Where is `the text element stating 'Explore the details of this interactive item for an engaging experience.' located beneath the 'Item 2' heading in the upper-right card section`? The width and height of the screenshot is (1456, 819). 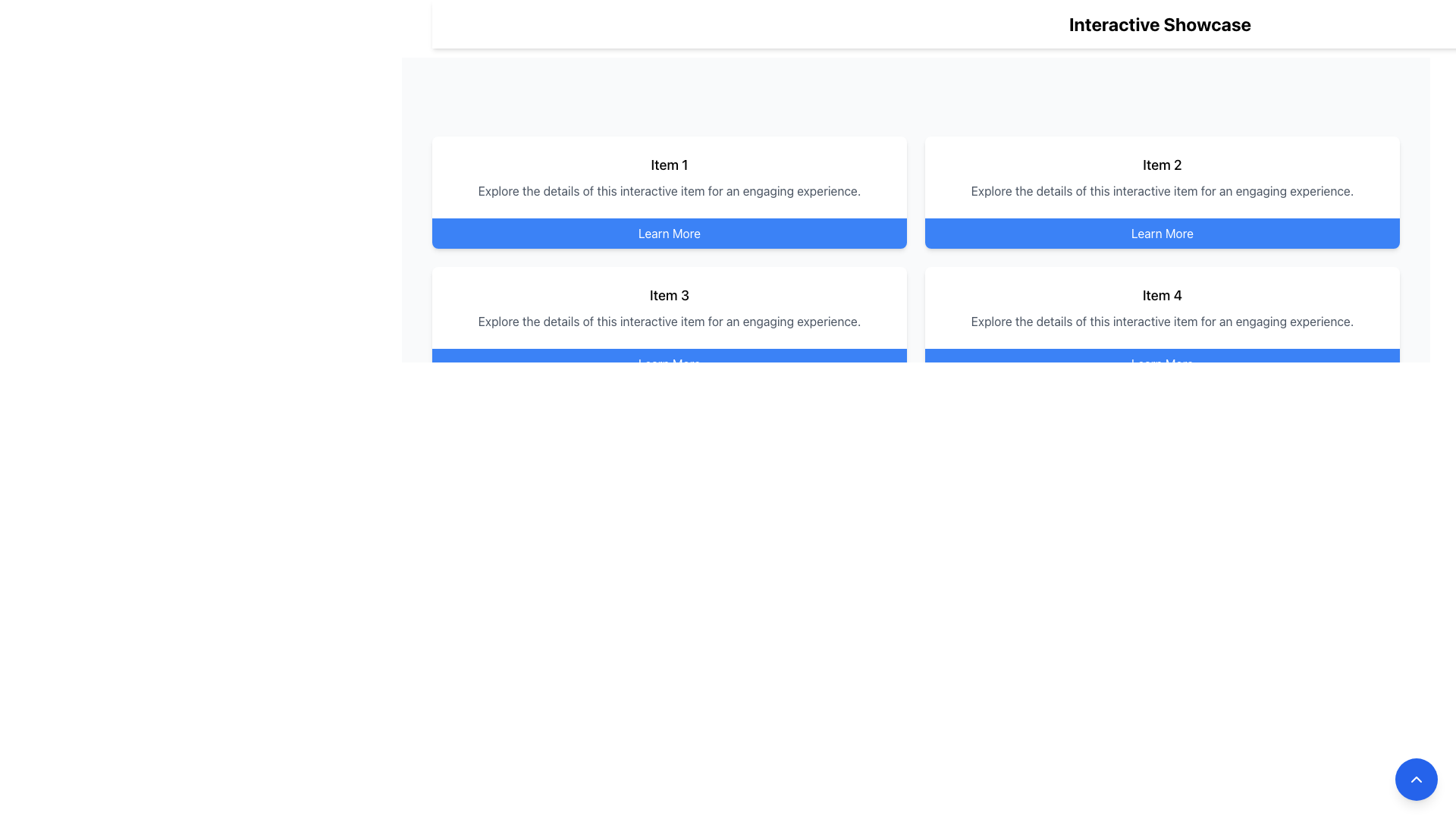 the text element stating 'Explore the details of this interactive item for an engaging experience.' located beneath the 'Item 2' heading in the upper-right card section is located at coordinates (1161, 190).